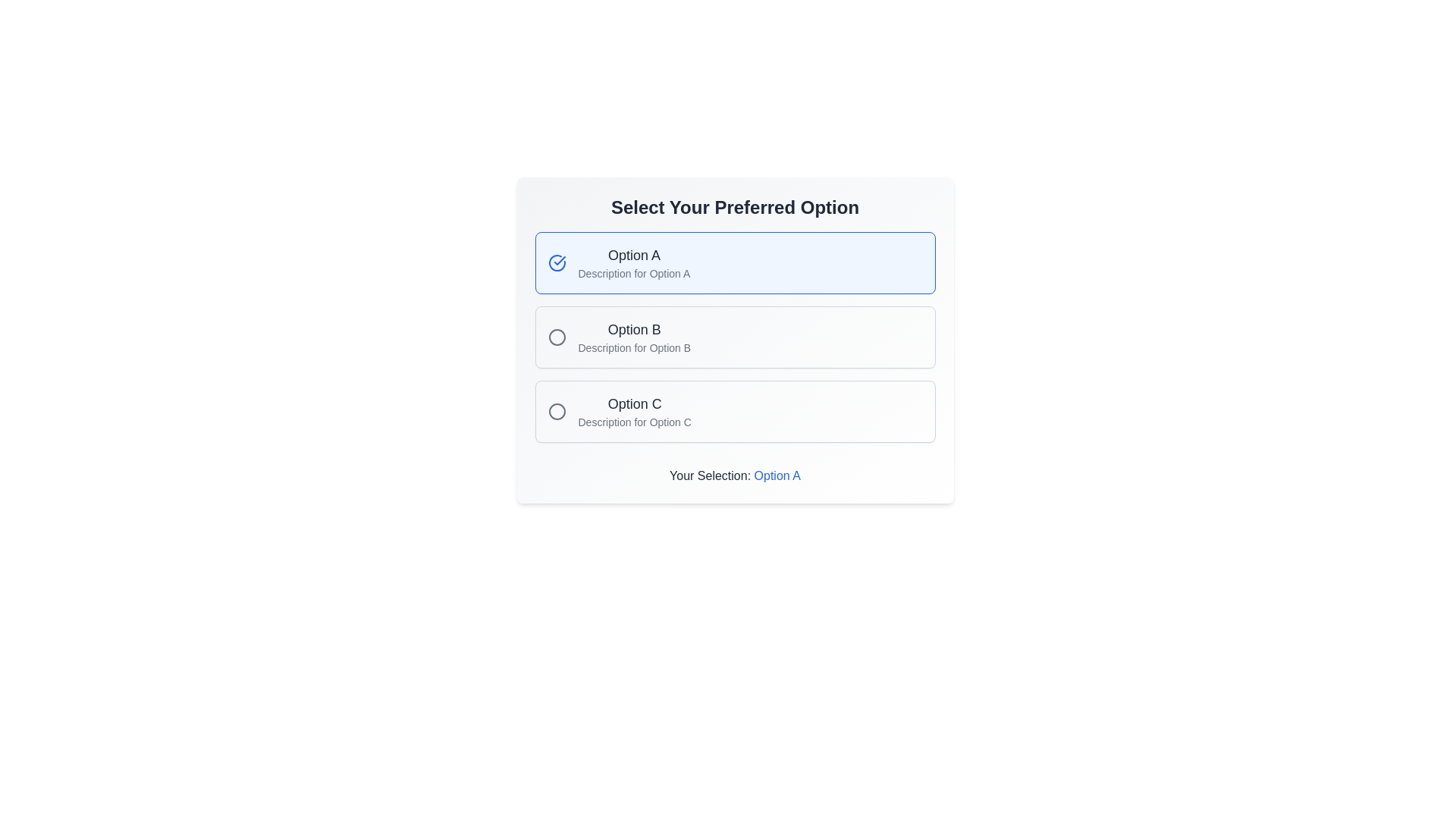 The height and width of the screenshot is (819, 1456). What do you see at coordinates (634, 274) in the screenshot?
I see `descriptive text element located directly below 'Option A' in the first option section of the selection list, which helps users understand the purpose or details of 'Option A.'` at bounding box center [634, 274].